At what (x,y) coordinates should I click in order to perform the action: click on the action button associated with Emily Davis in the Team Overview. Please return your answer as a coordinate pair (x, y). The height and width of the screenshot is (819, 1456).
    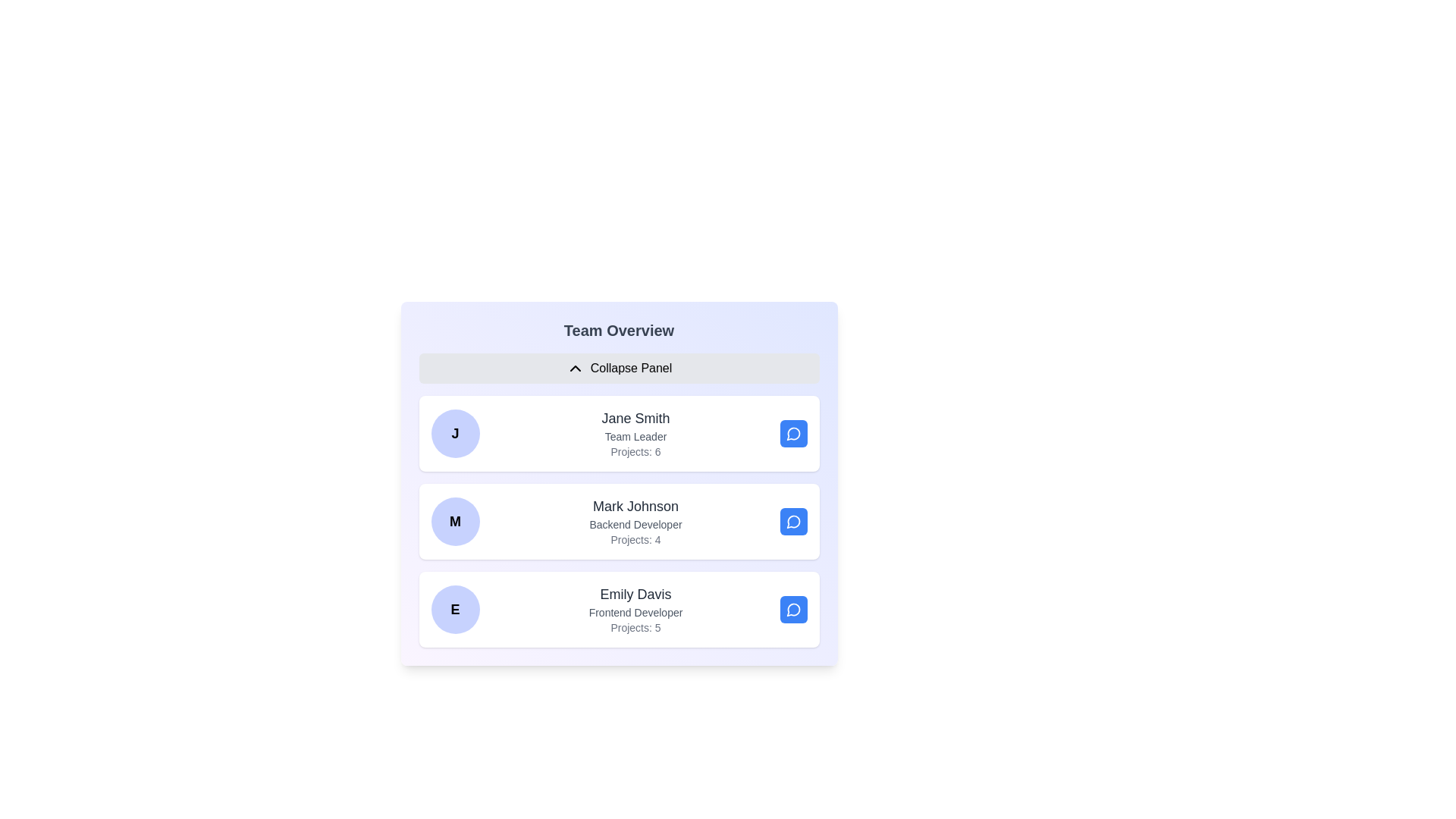
    Looking at the image, I should click on (792, 608).